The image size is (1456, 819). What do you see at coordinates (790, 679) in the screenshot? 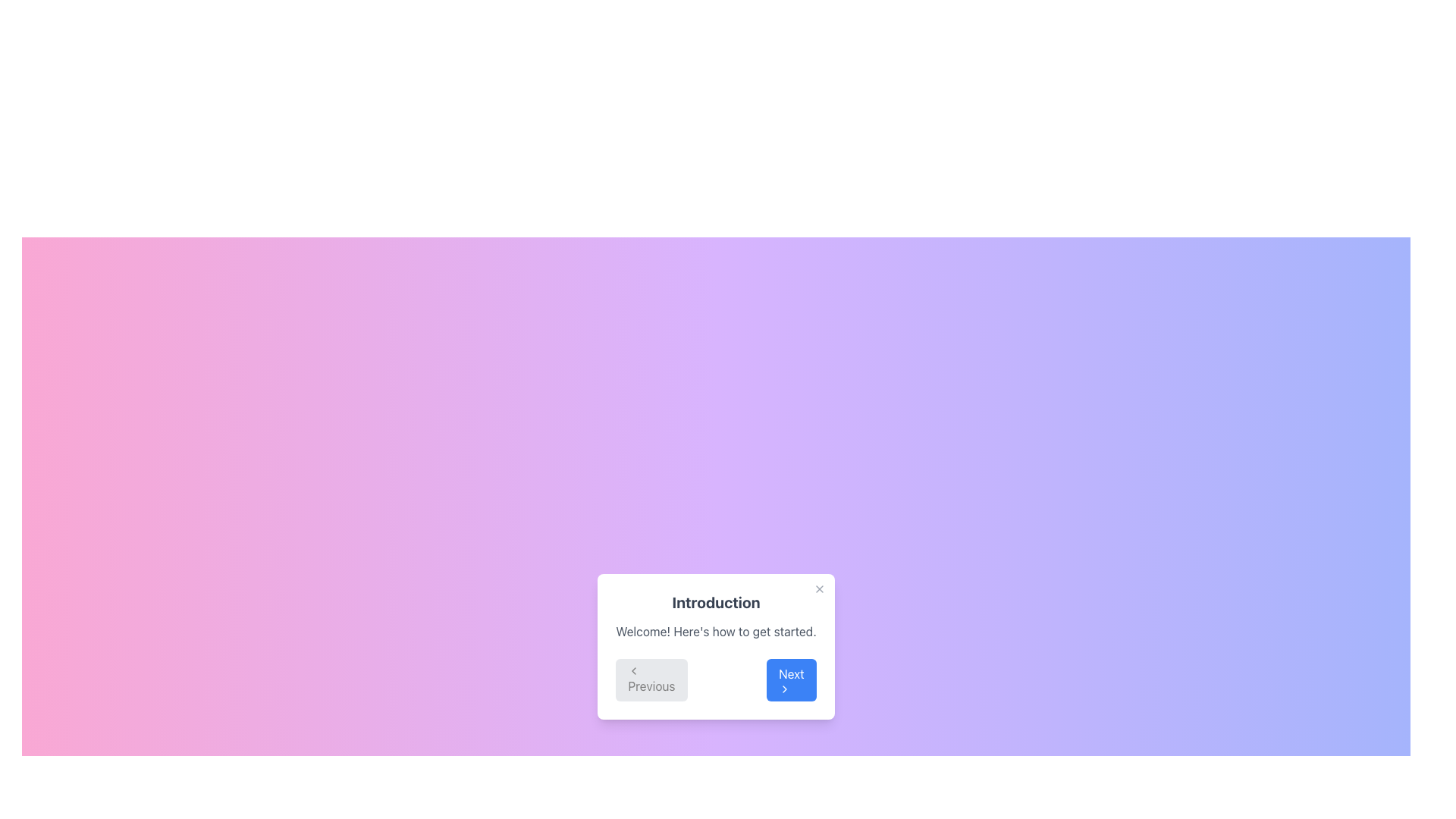
I see `the navigation button located at the bottom right of the card-like dialog` at bounding box center [790, 679].